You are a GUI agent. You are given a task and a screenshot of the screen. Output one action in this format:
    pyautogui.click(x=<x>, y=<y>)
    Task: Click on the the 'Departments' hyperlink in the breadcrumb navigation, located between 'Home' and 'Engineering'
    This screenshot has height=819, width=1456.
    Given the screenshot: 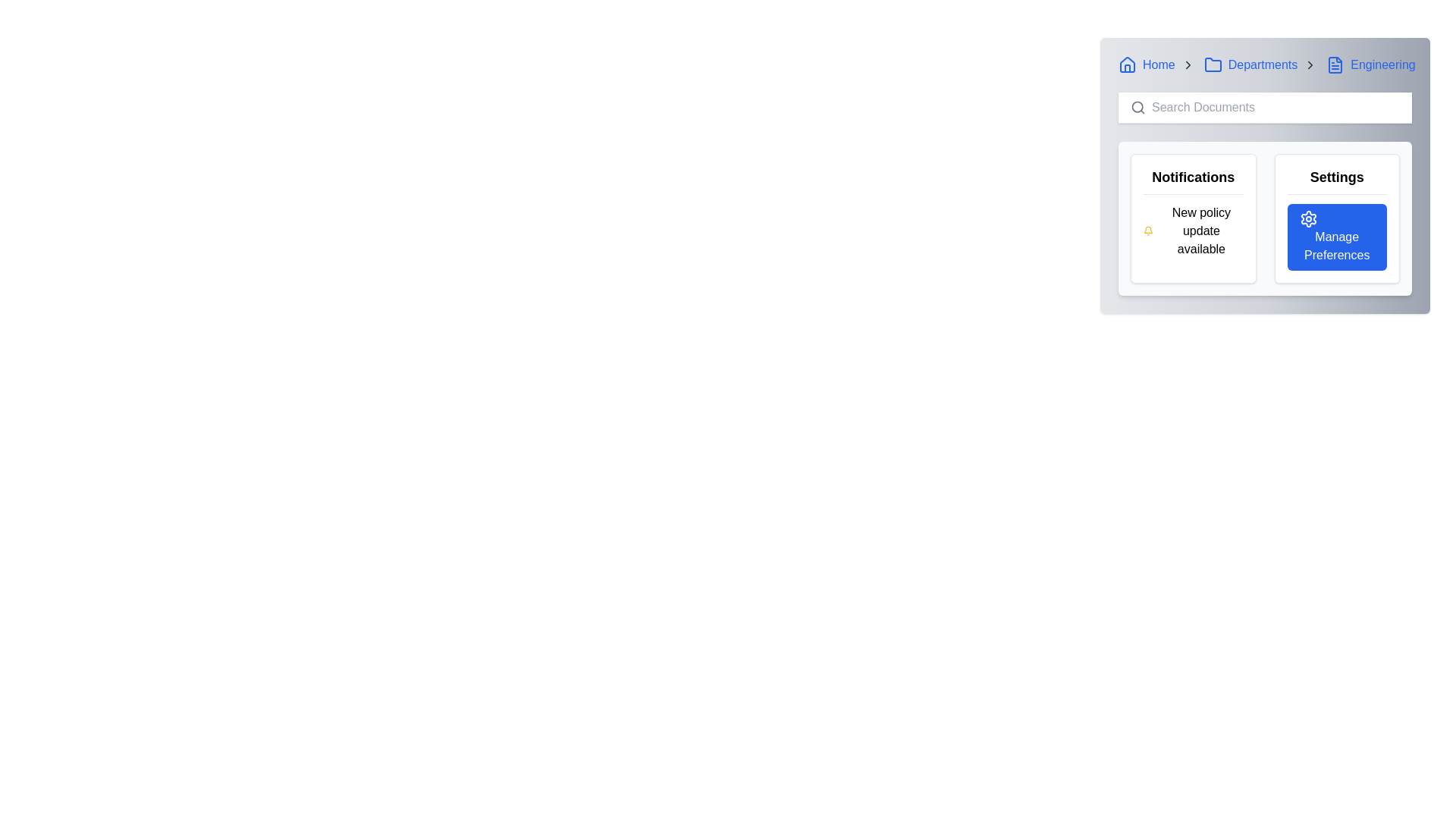 What is the action you would take?
    pyautogui.click(x=1260, y=64)
    